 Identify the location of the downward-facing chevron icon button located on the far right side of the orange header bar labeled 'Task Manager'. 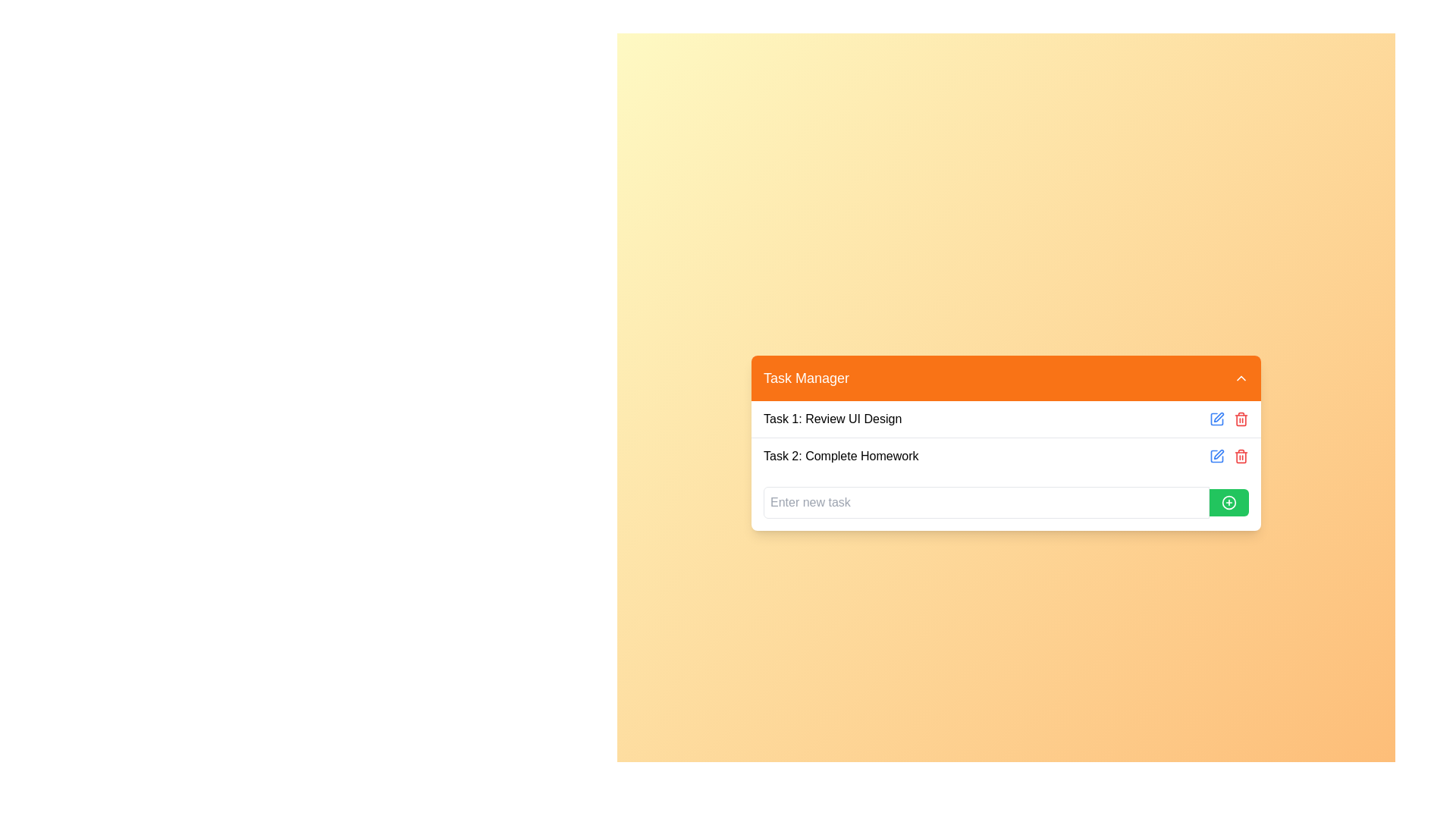
(1241, 376).